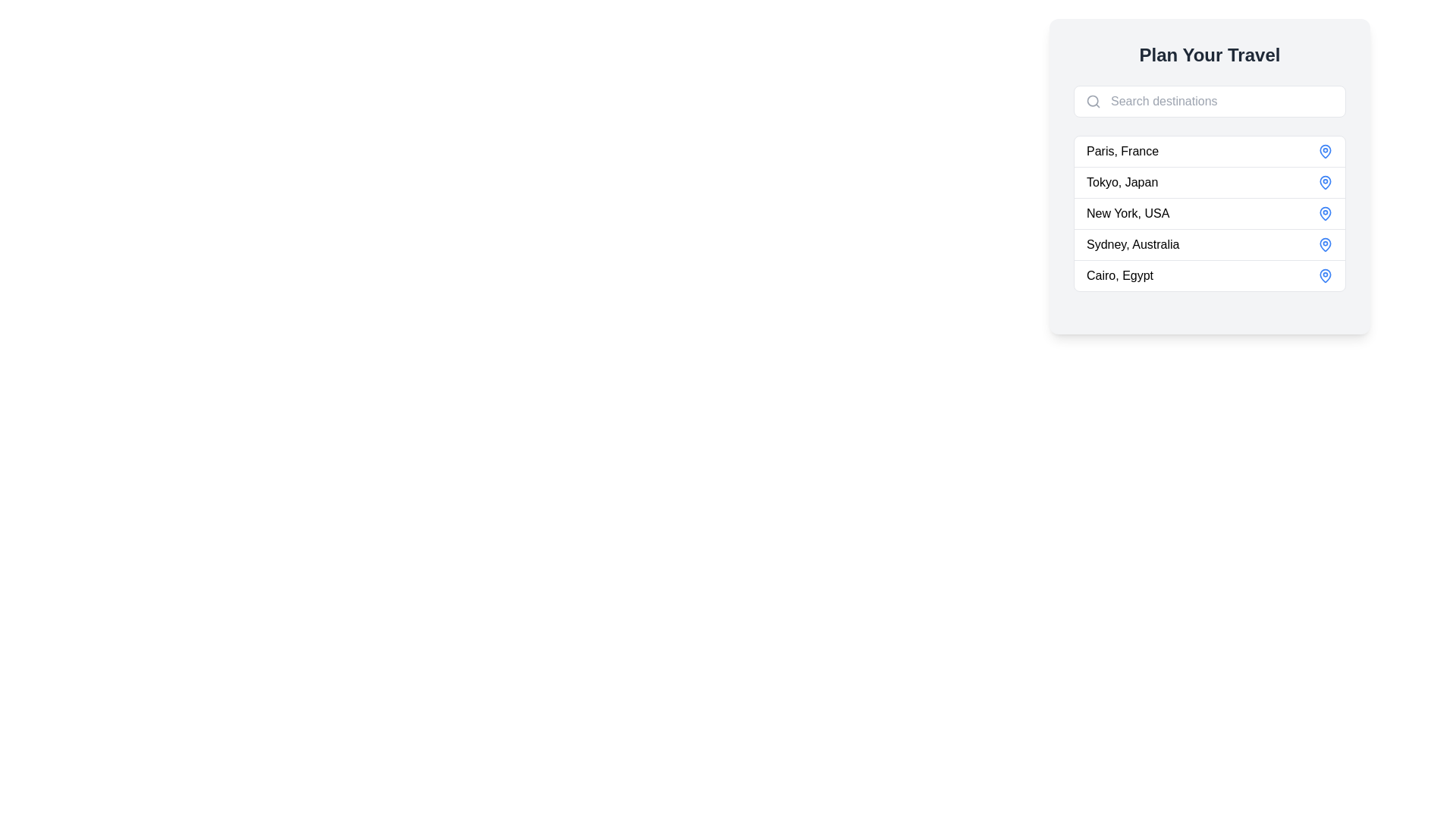  I want to click on the blue circular pin icon located adjacent to the text 'New York, USA', so click(1324, 213).